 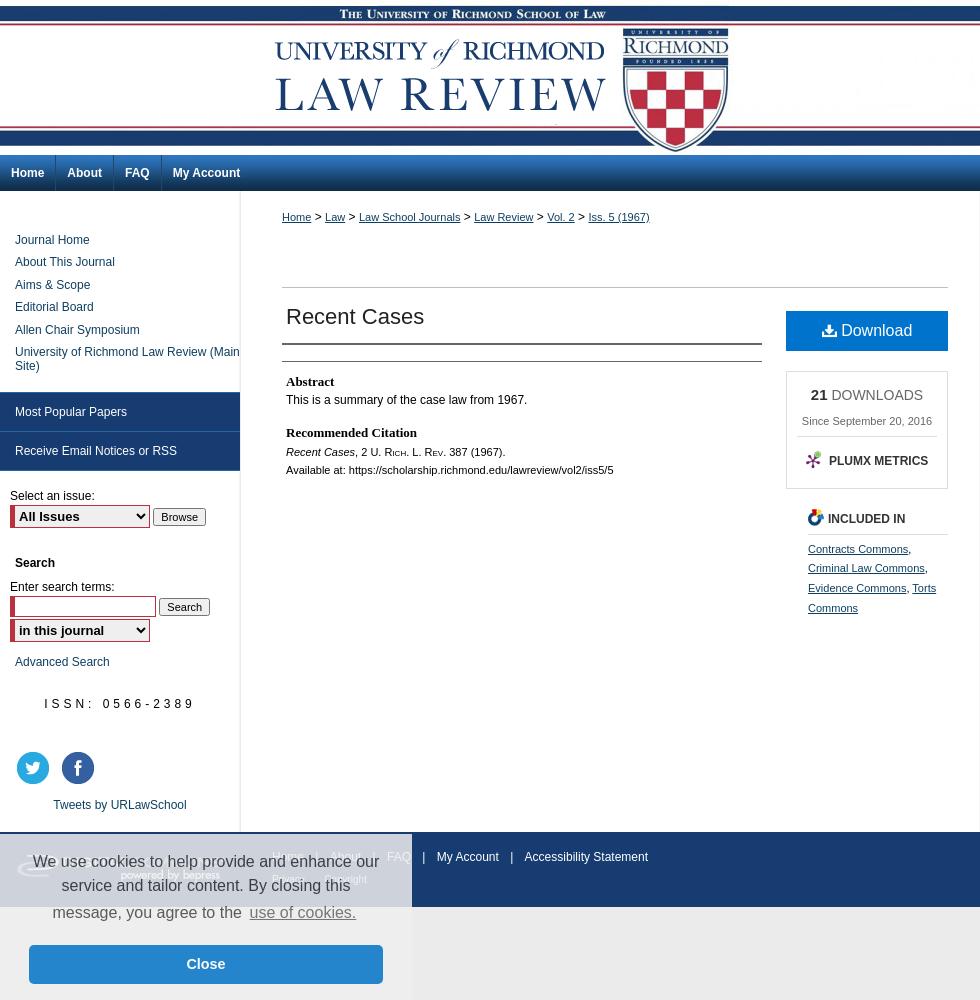 I want to click on 'Close', so click(x=205, y=963).